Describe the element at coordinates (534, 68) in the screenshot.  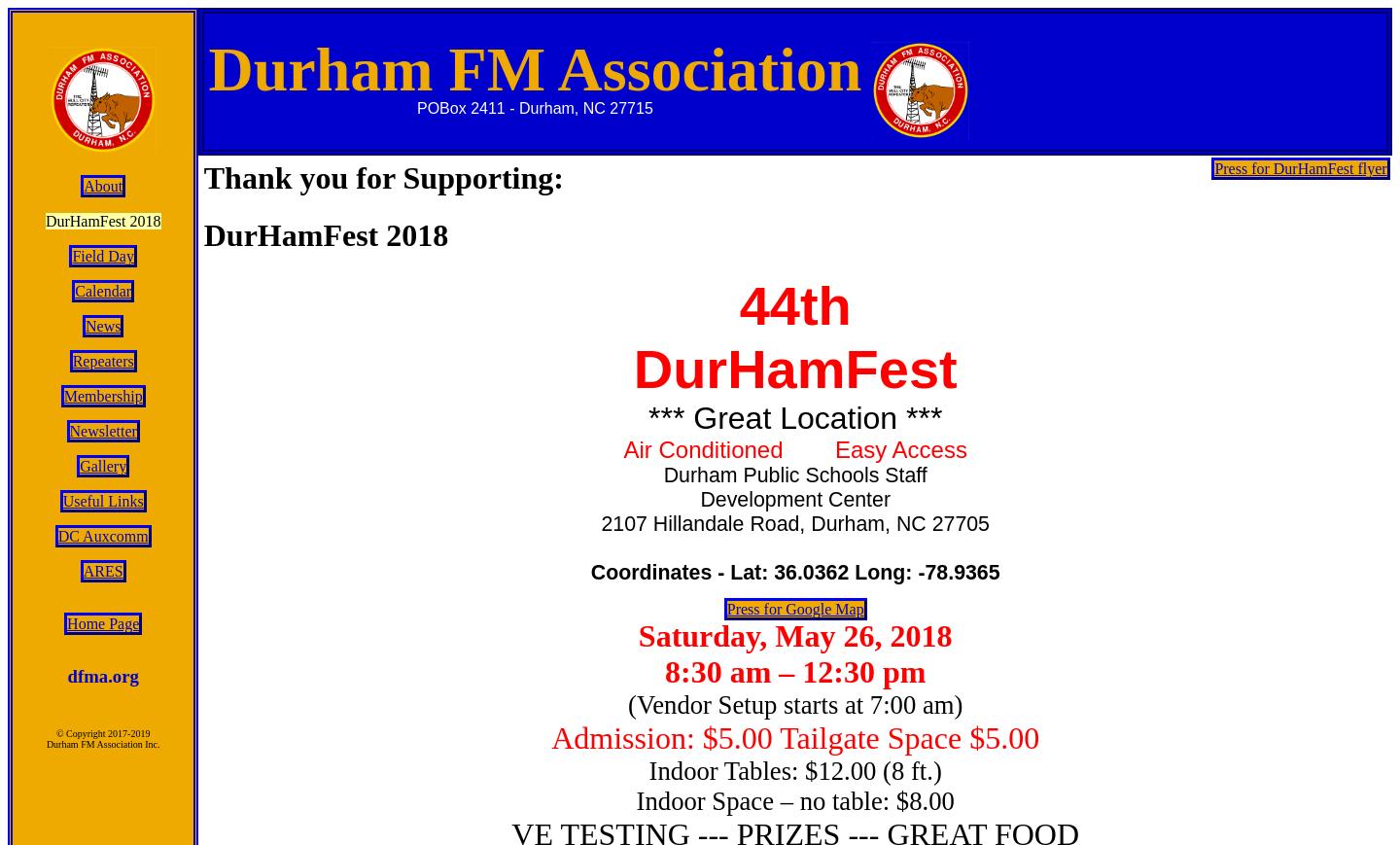
I see `'Durham FM Association'` at that location.